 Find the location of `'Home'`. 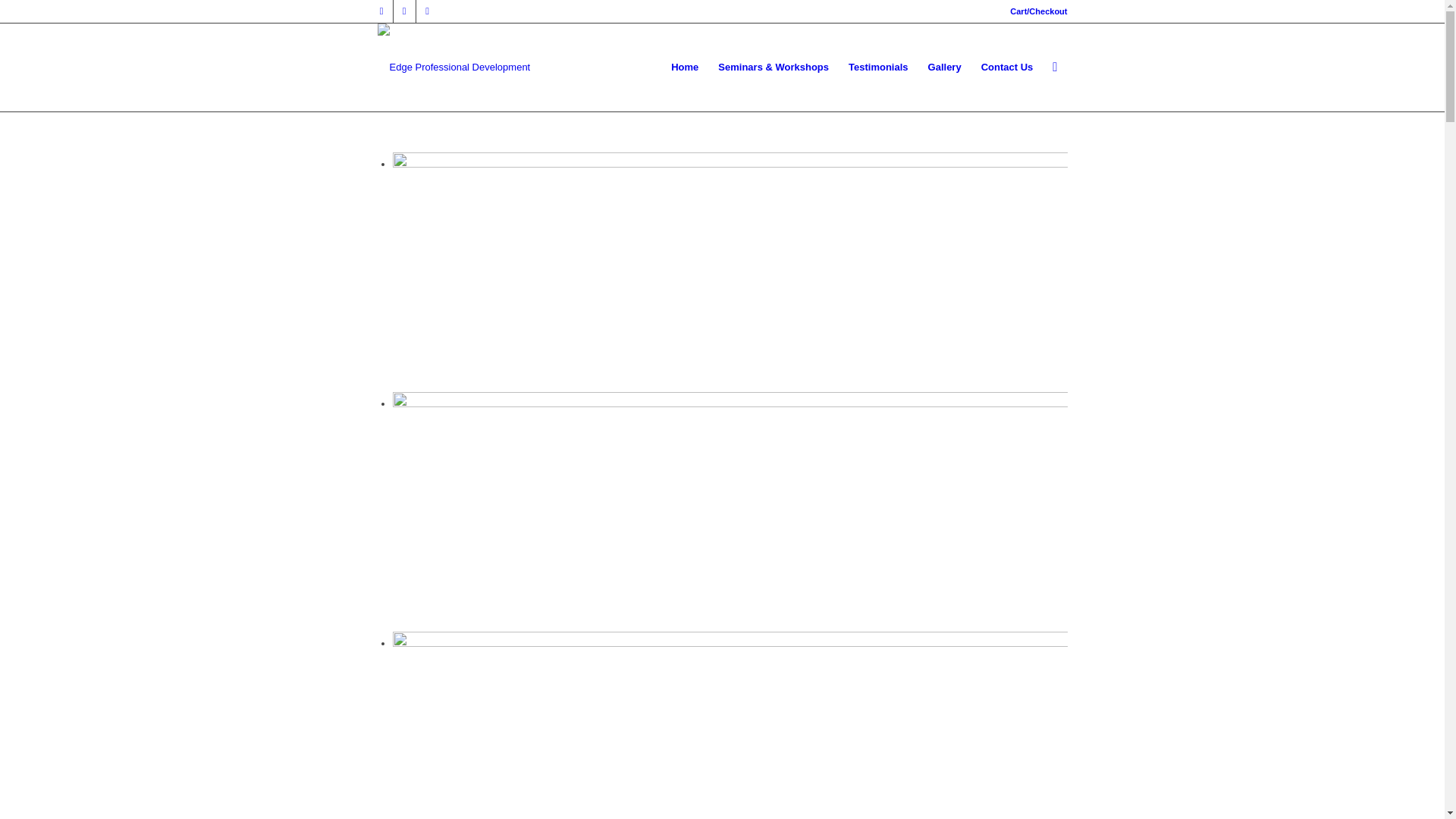

'Home' is located at coordinates (683, 66).